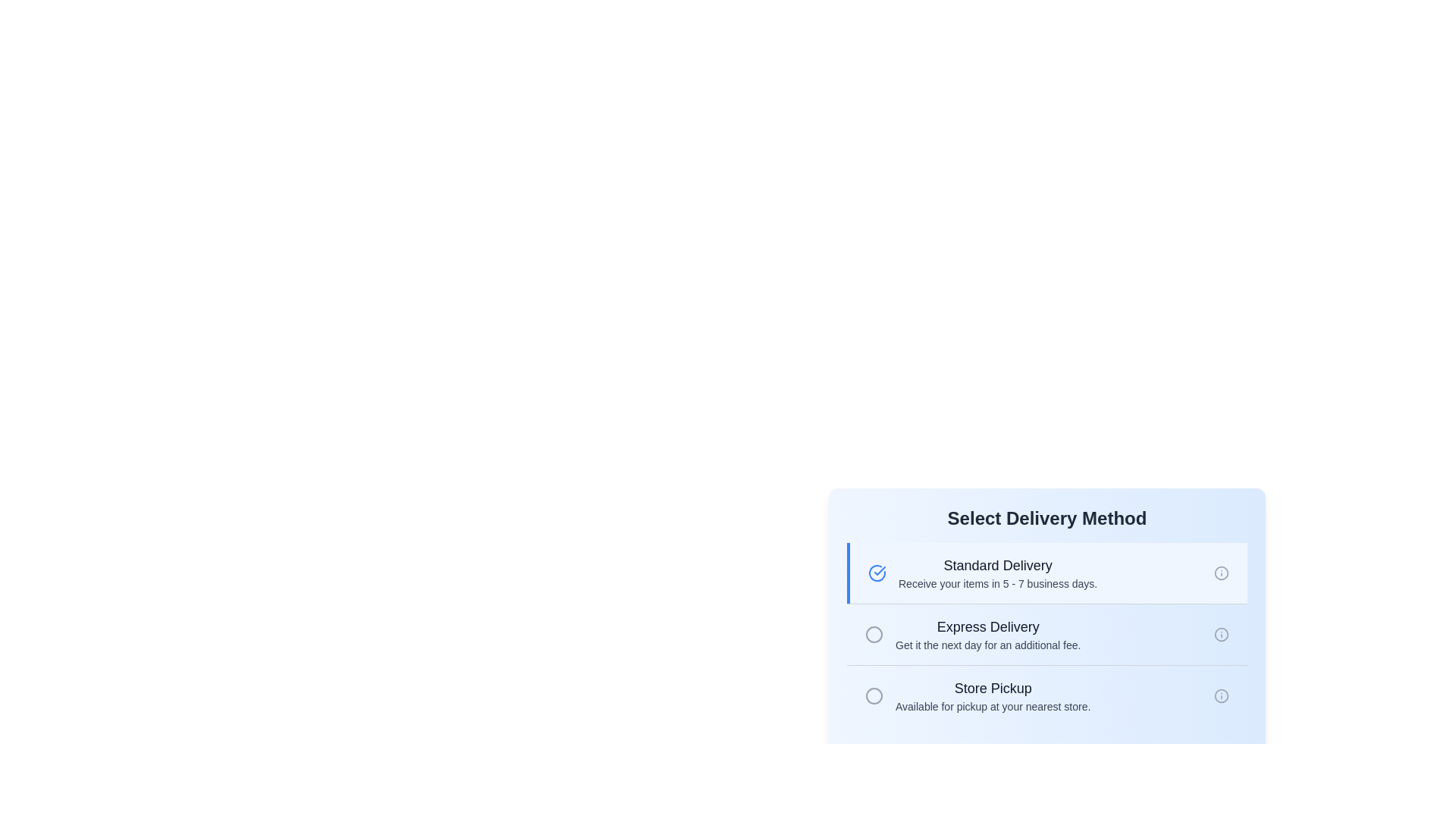 The height and width of the screenshot is (819, 1456). What do you see at coordinates (998, 573) in the screenshot?
I see `the text block containing the title 'Standard Delivery' and the subtitle 'Receive your items in 5 - 7 business days.' This text block is the second in a list of delivery options and is aligned to the left` at bounding box center [998, 573].